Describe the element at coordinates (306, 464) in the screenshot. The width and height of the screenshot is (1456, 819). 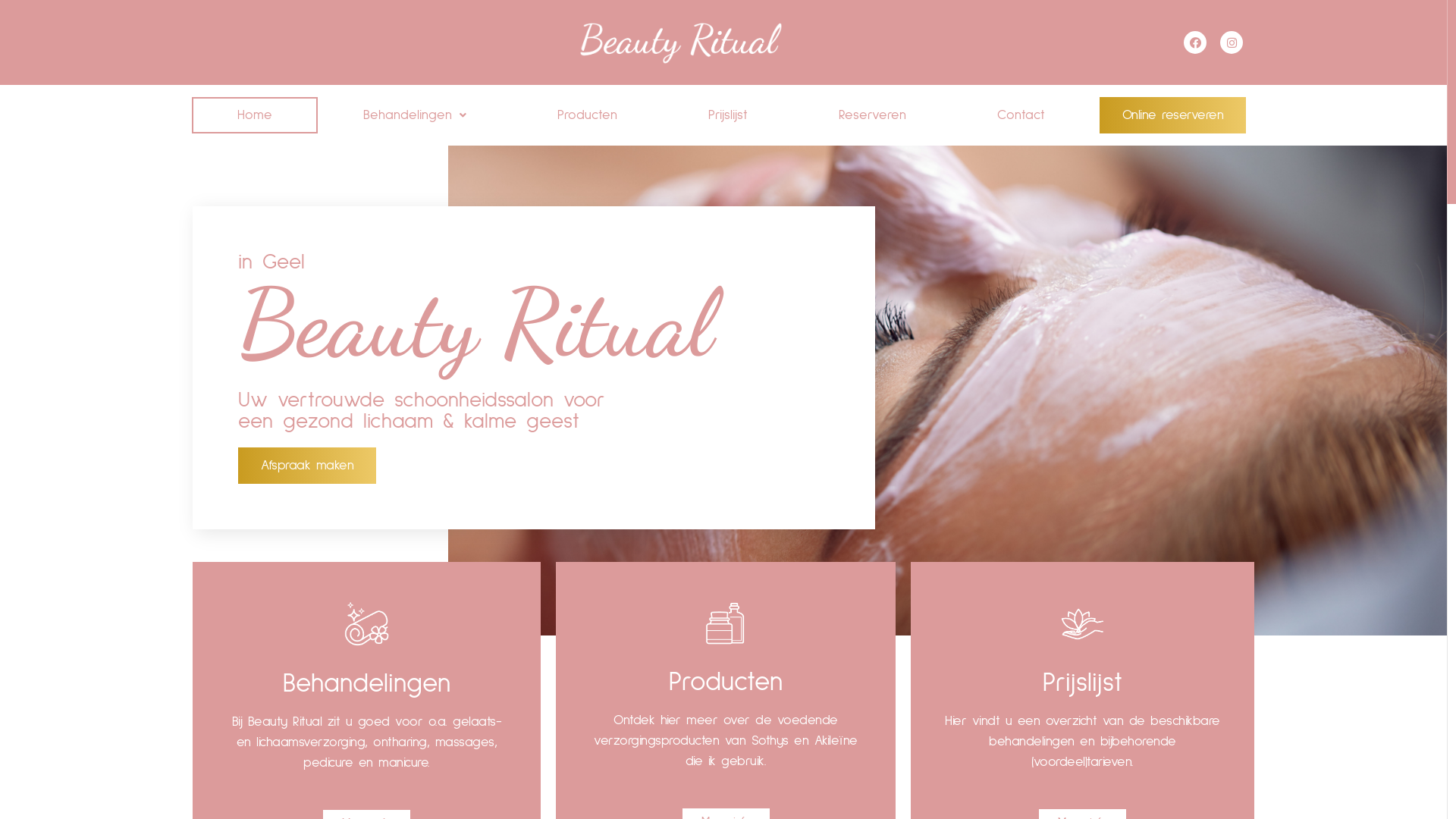
I see `'Afspraak maken'` at that location.